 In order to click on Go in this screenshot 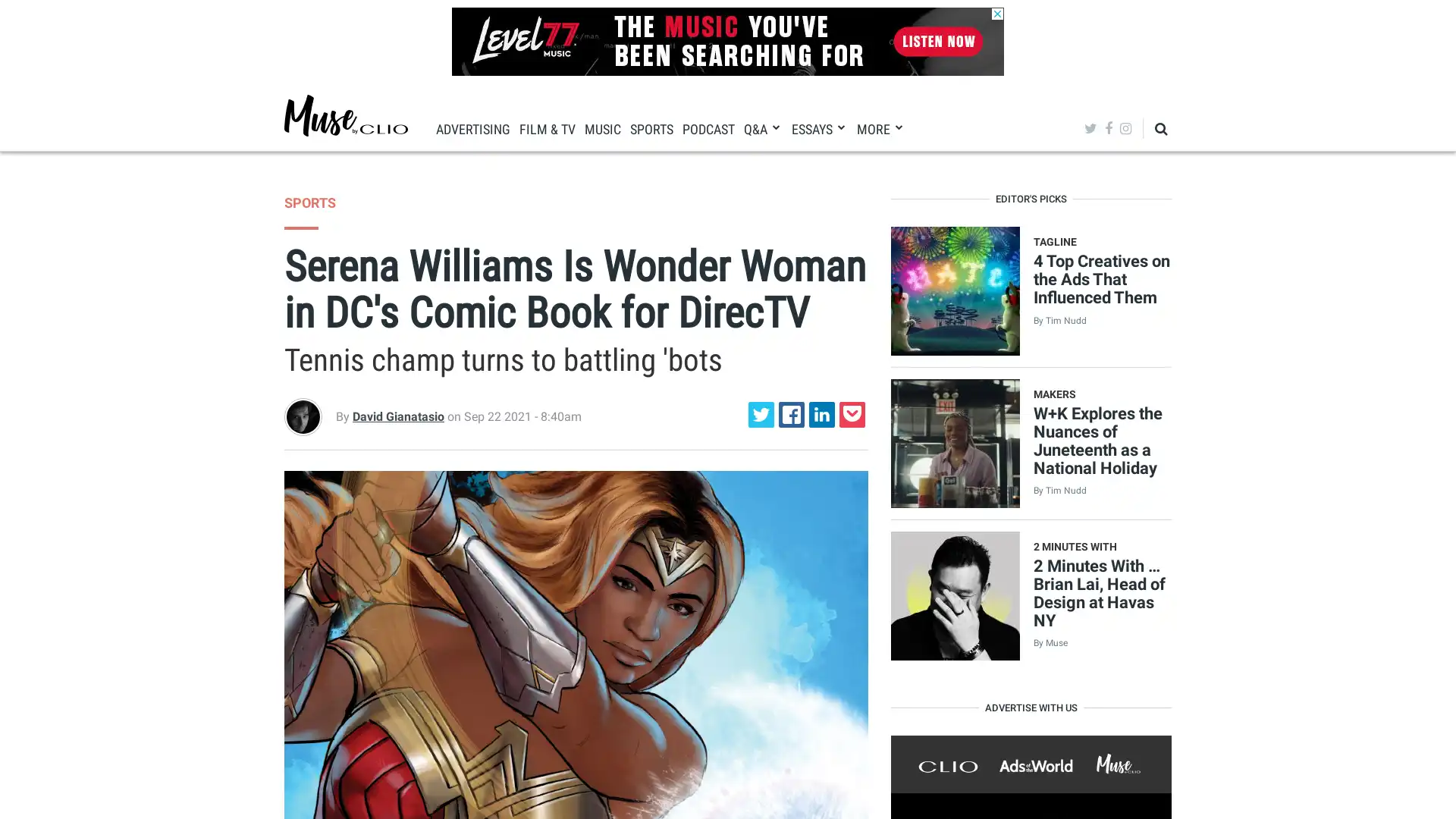, I will do `click(1124, 174)`.